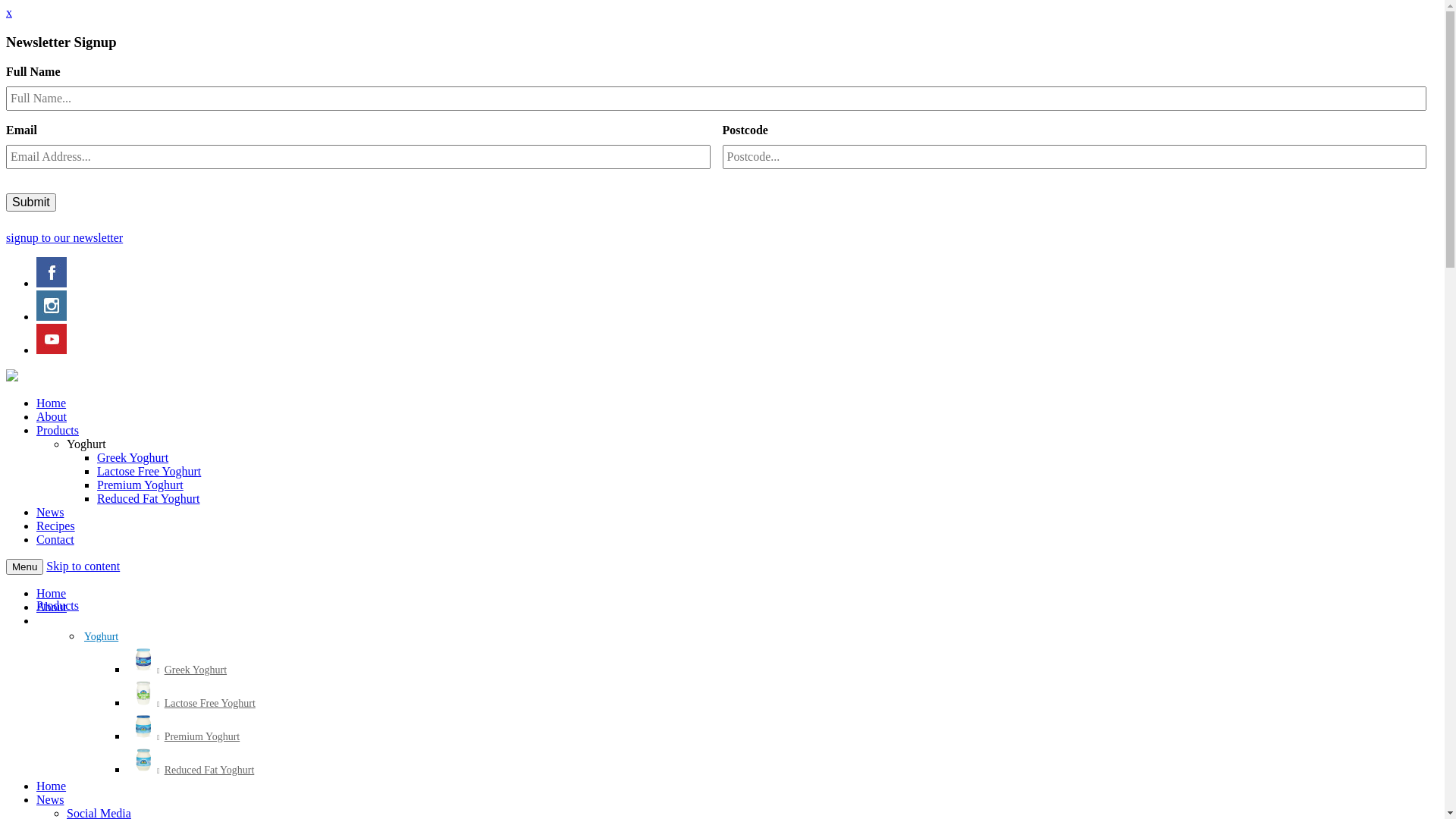 The width and height of the screenshot is (1456, 819). I want to click on 'About', so click(51, 416).